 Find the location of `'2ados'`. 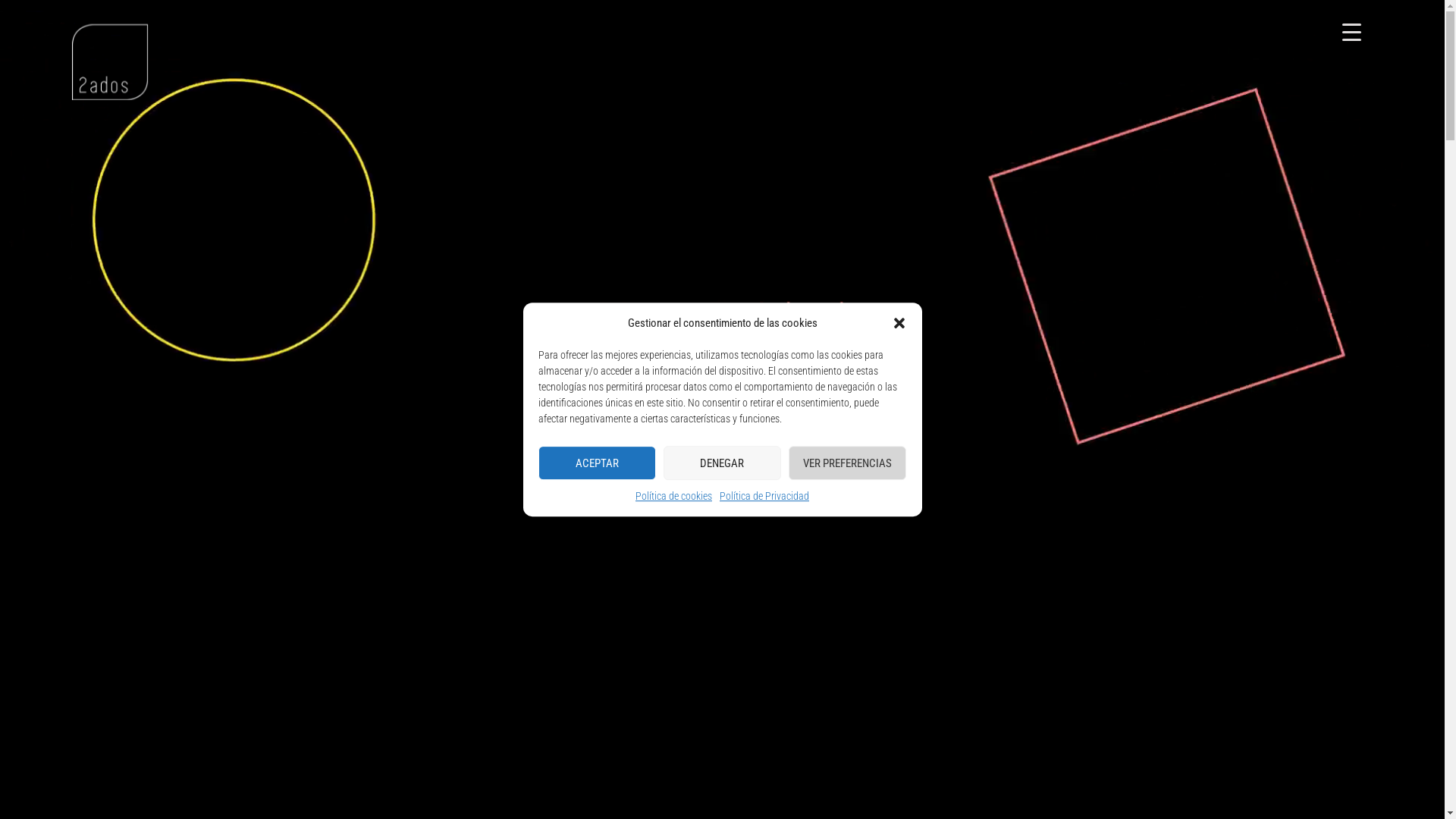

'2ados' is located at coordinates (108, 61).